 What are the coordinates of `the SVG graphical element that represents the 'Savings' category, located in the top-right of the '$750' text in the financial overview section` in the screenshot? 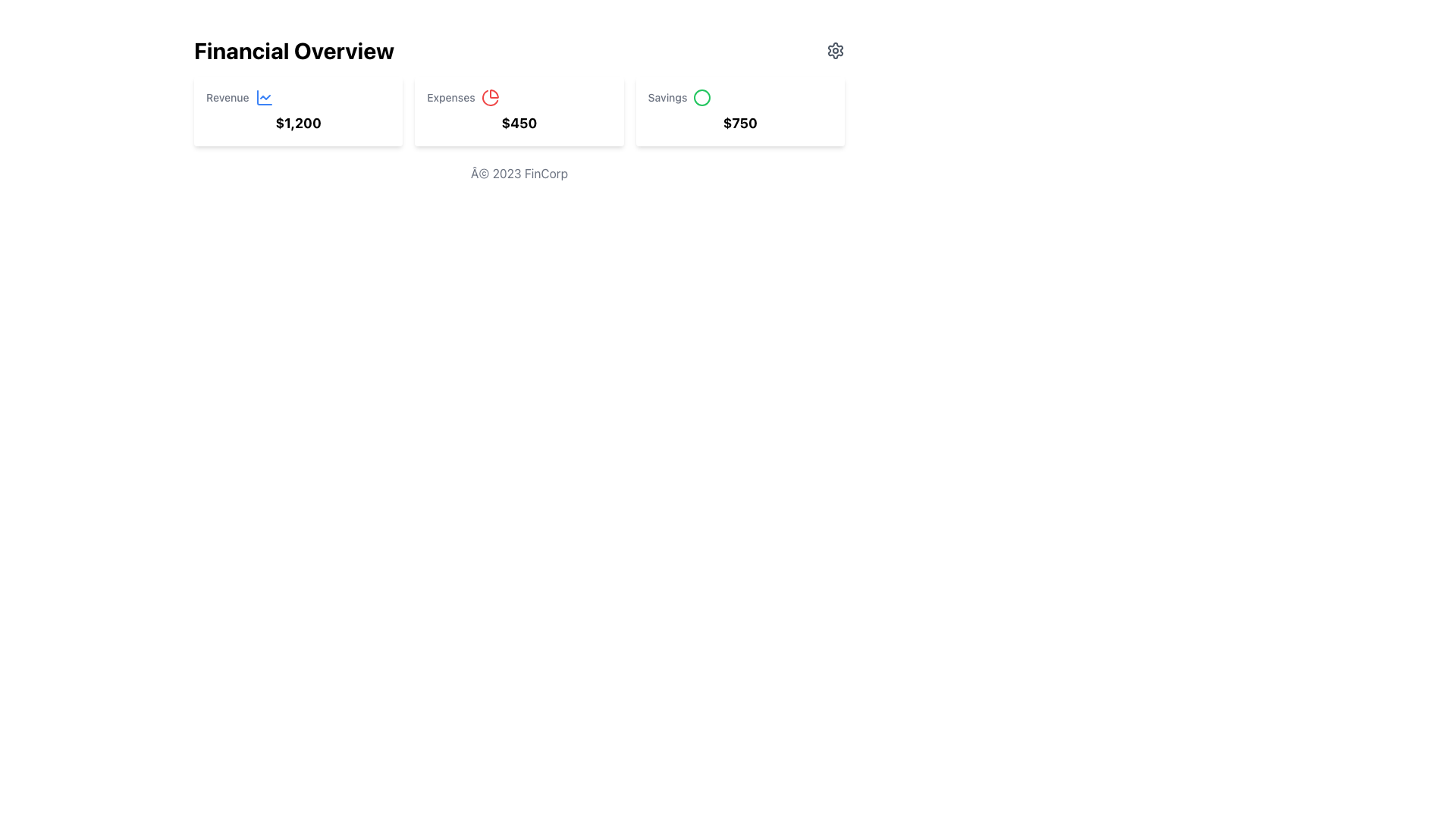 It's located at (701, 97).